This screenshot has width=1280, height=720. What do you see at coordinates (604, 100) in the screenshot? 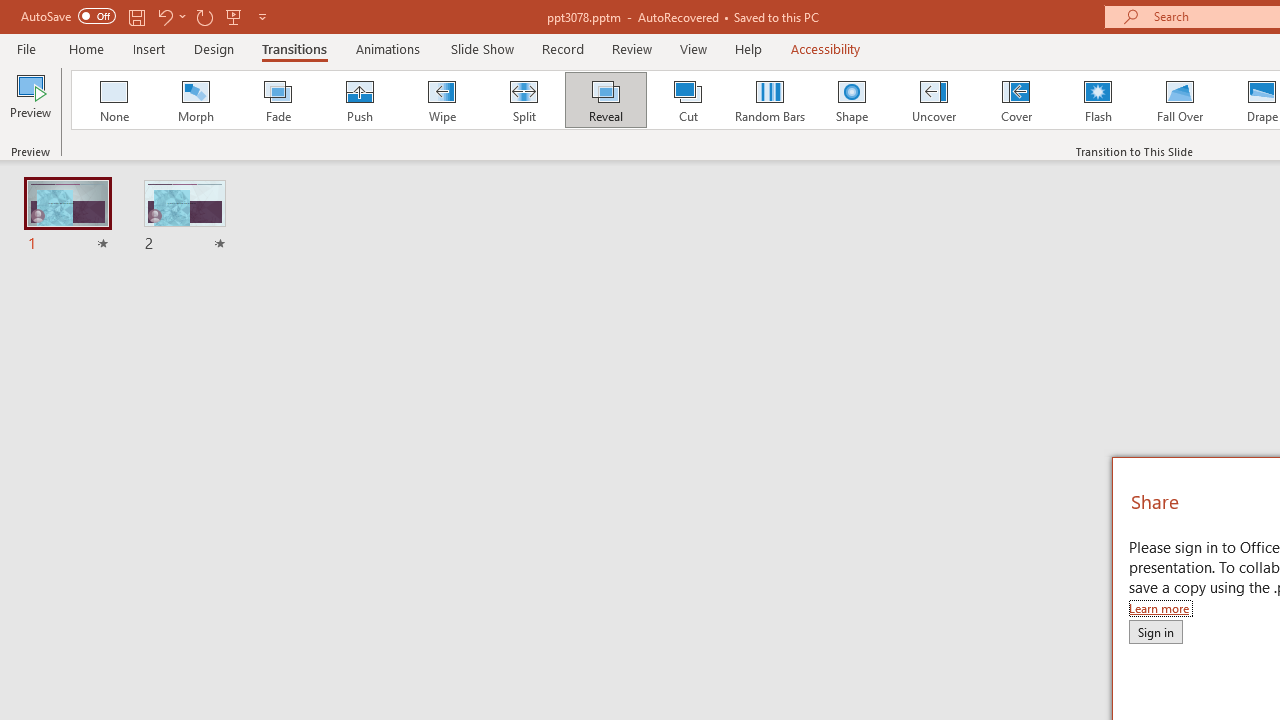
I see `'Reveal'` at bounding box center [604, 100].